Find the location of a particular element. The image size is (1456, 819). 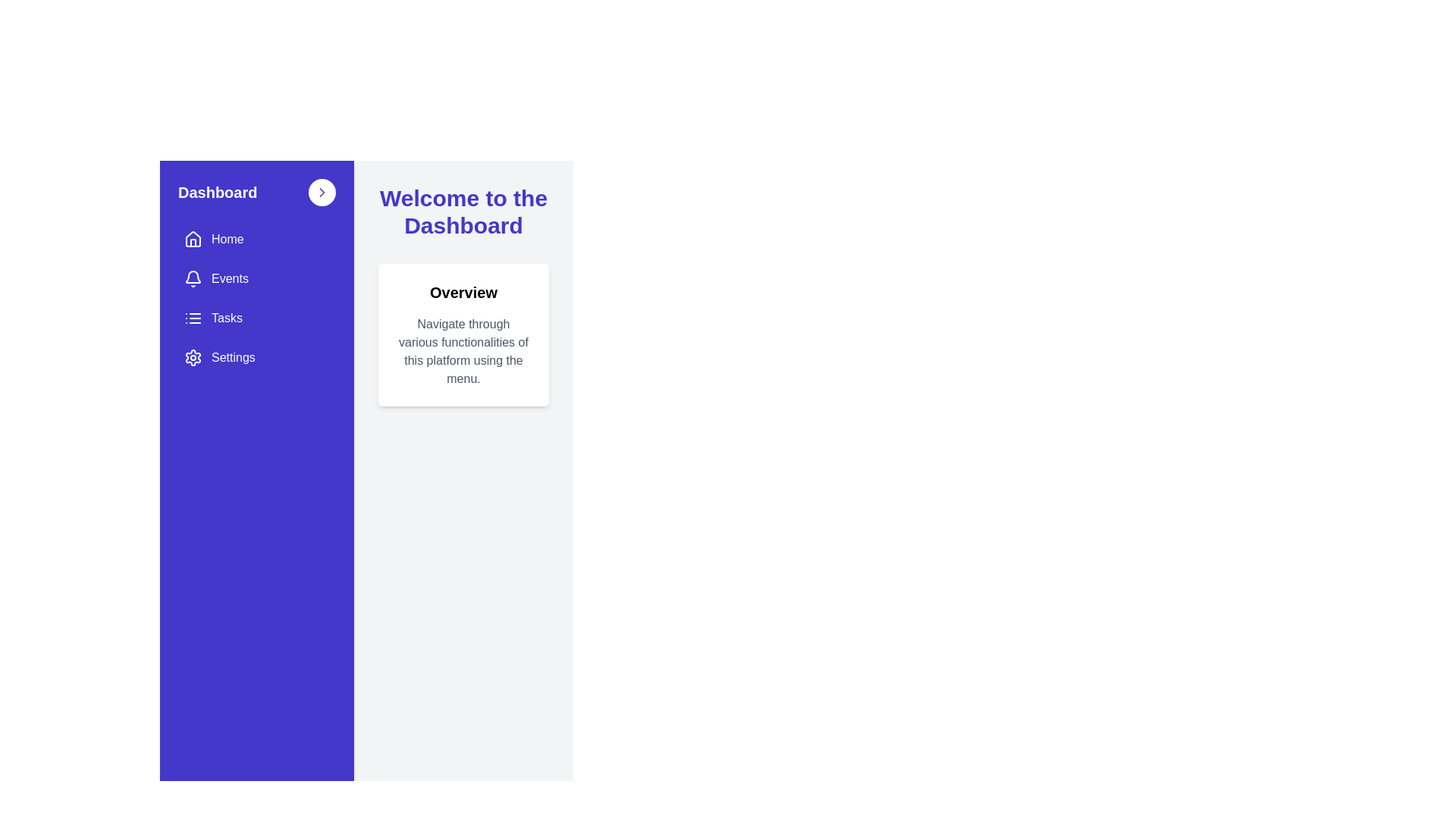

the chevron icon located towards the right edge of the sidebar is located at coordinates (322, 192).